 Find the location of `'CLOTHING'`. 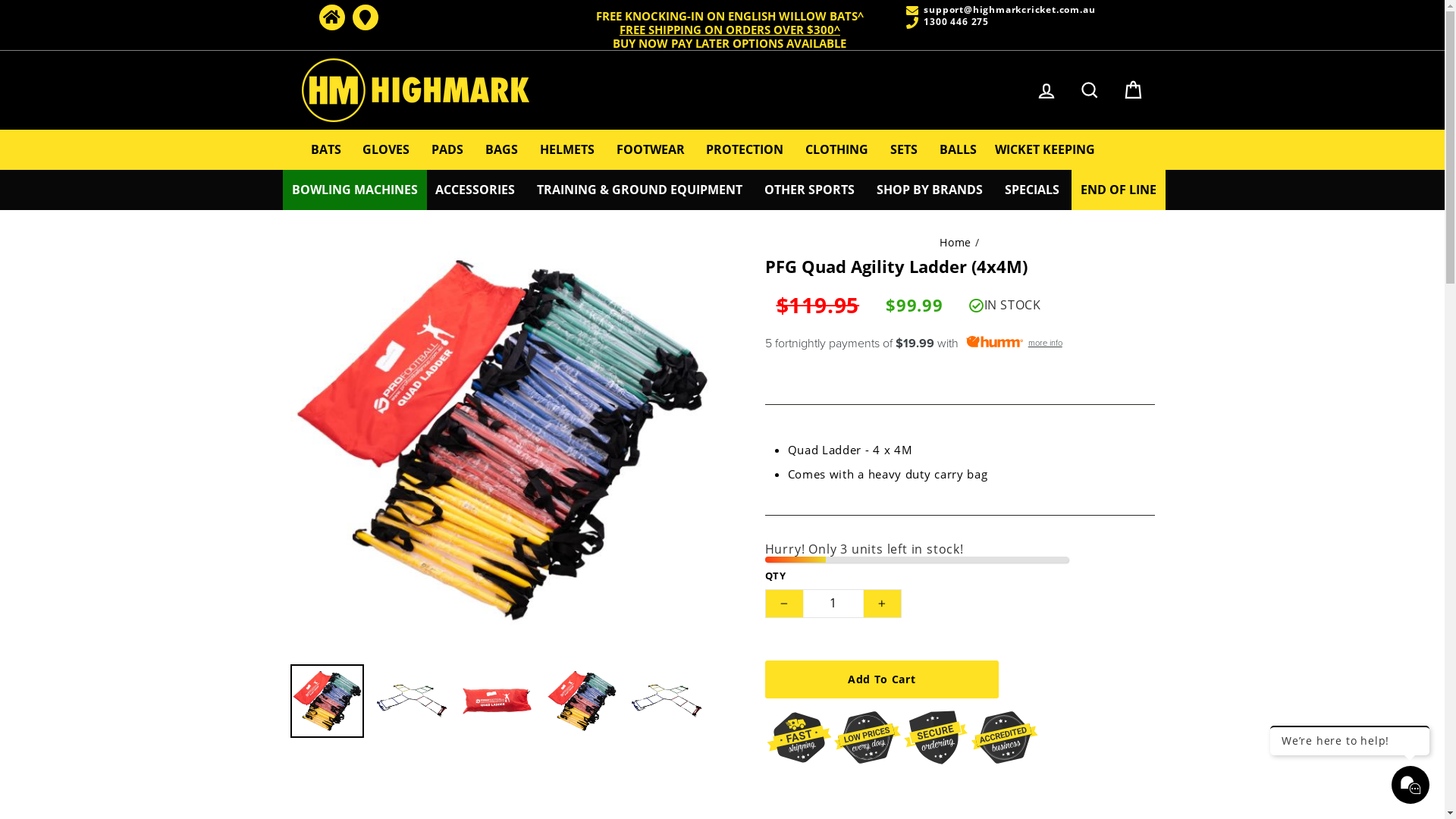

'CLOTHING' is located at coordinates (836, 149).